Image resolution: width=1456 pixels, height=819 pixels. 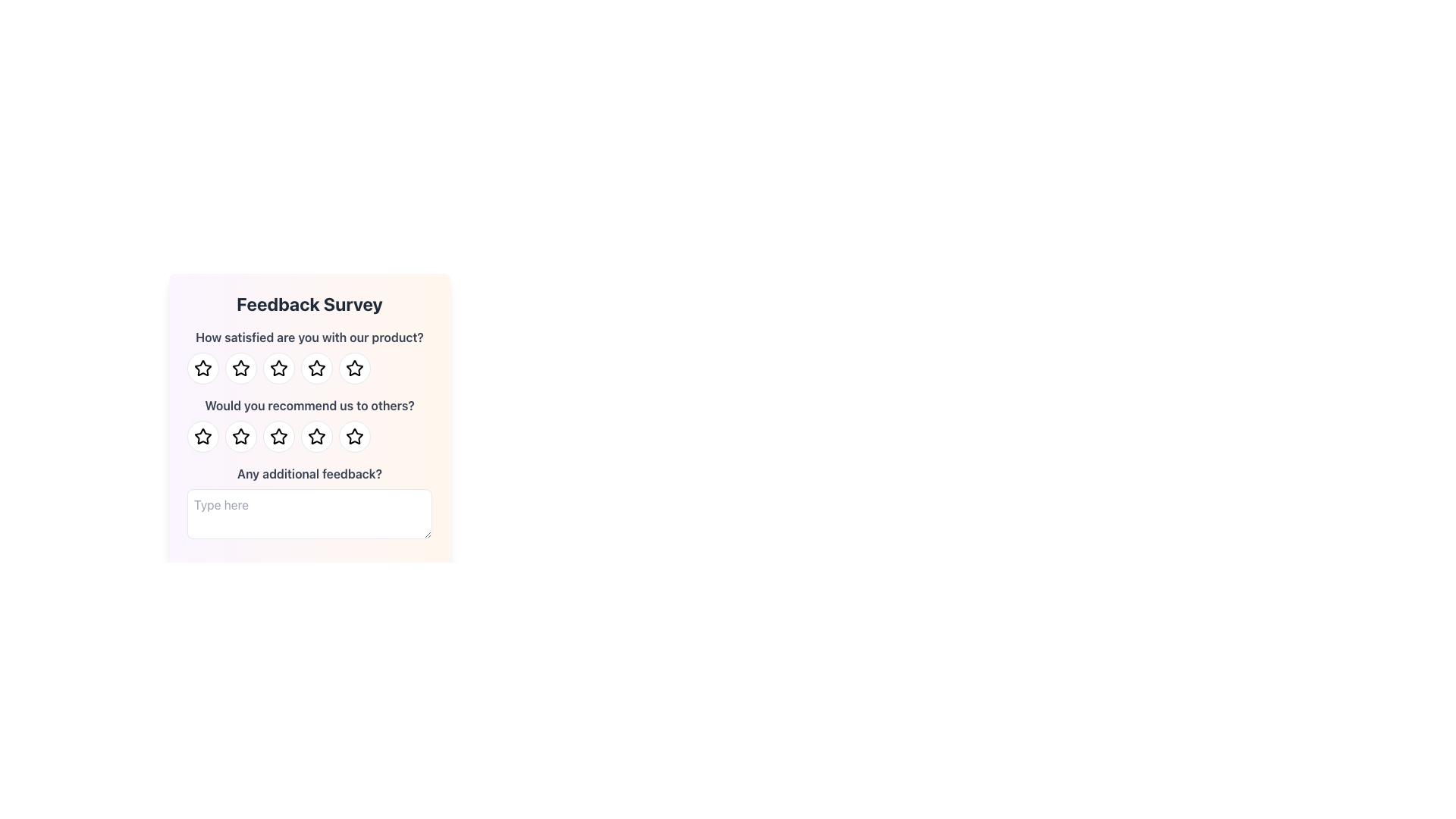 I want to click on the second star in the second row of the rating stars, so click(x=240, y=436).